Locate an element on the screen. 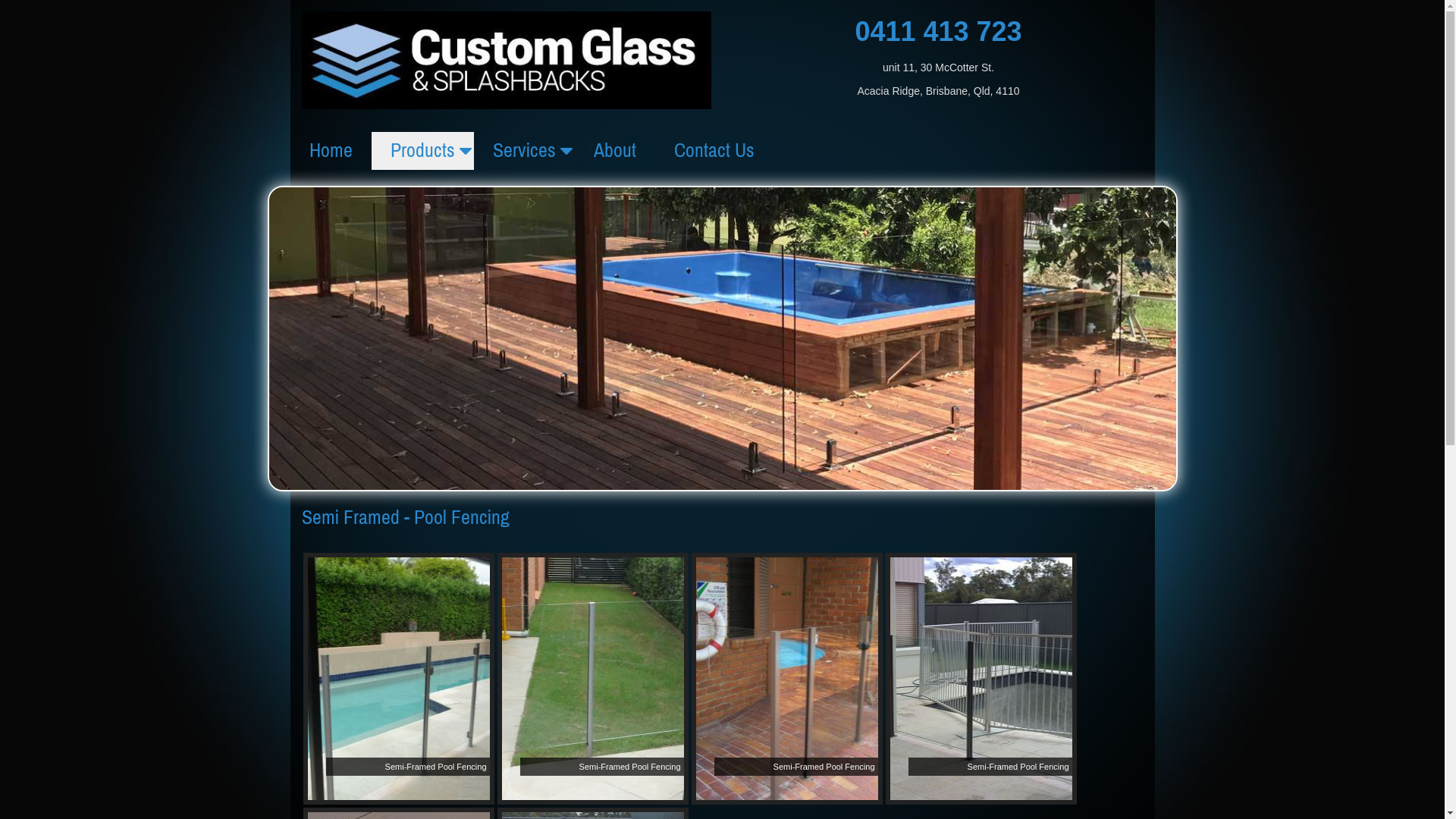  'Semi-Framed Pool Fencing' is located at coordinates (399, 677).